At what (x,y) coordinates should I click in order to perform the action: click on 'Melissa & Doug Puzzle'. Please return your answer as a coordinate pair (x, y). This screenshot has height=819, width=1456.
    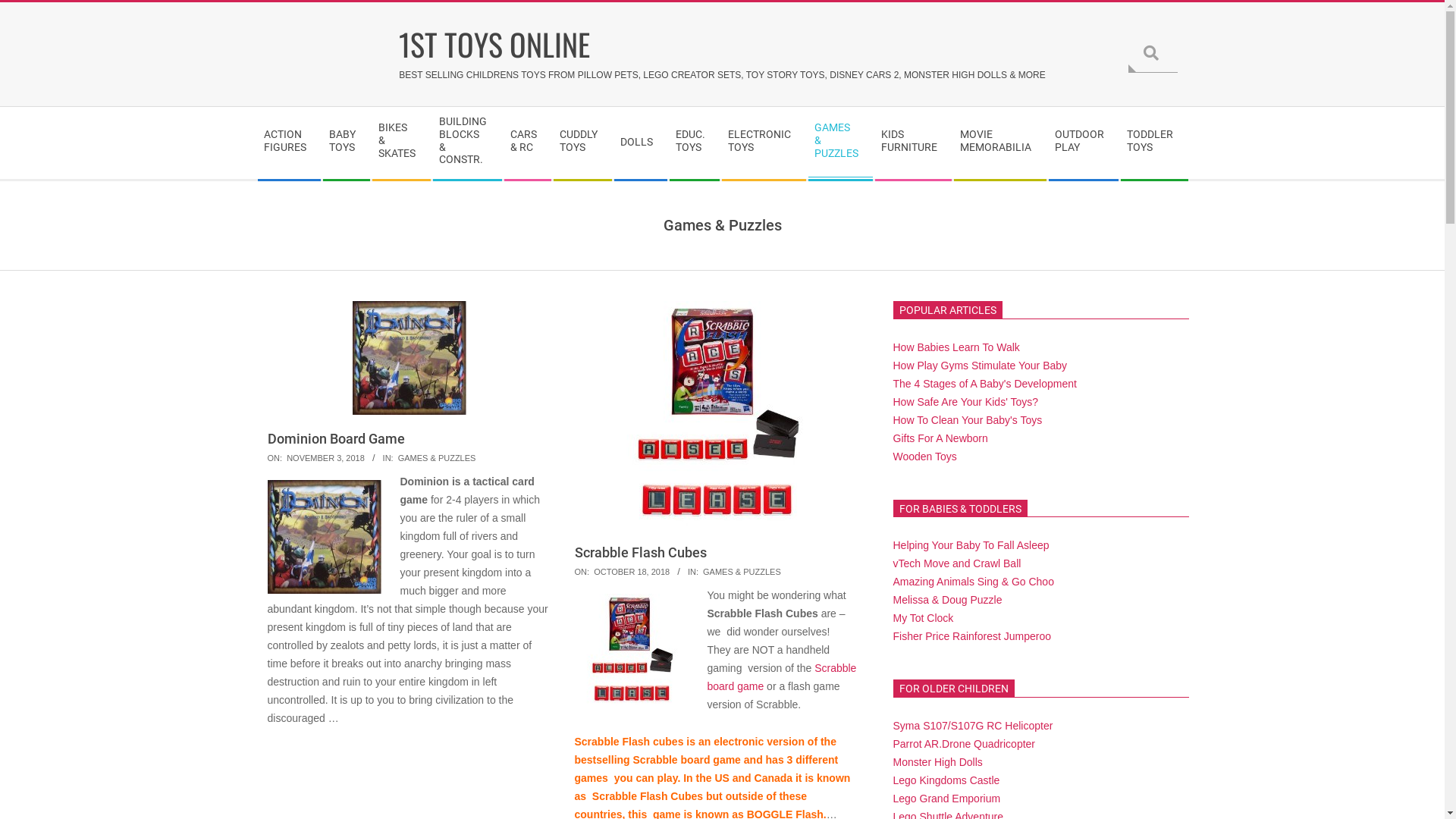
    Looking at the image, I should click on (893, 598).